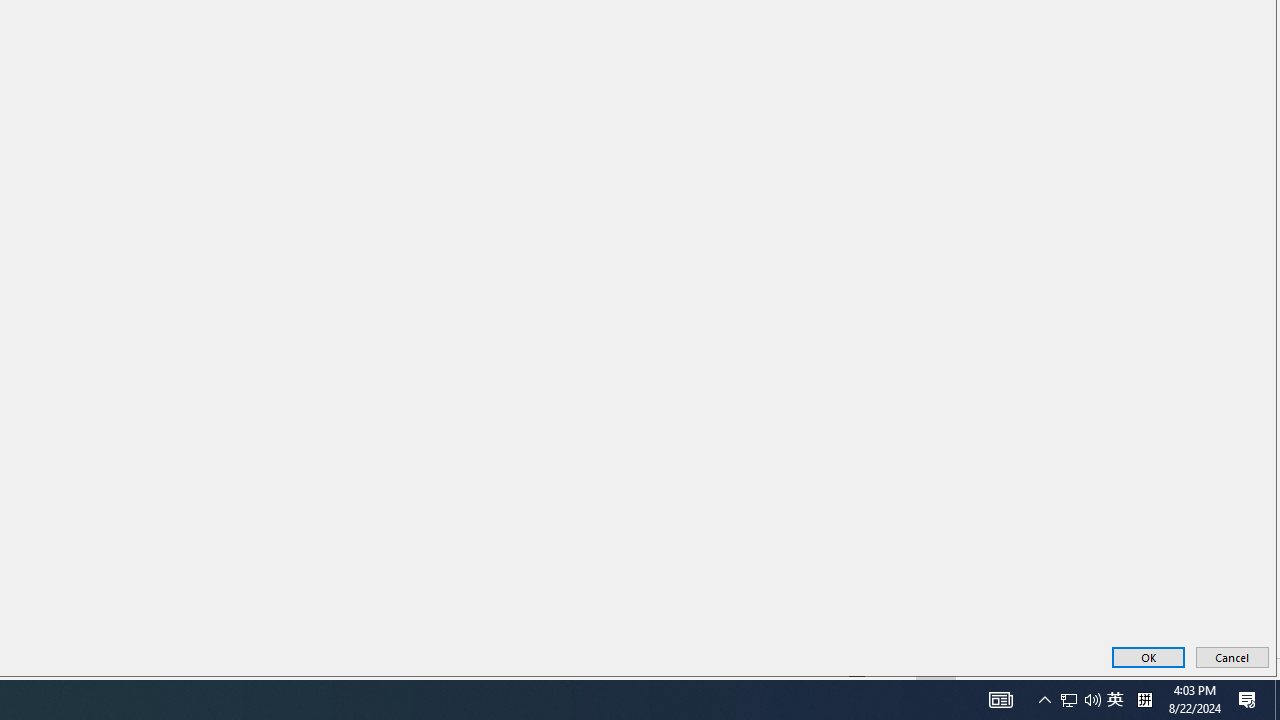 Image resolution: width=1280 pixels, height=720 pixels. What do you see at coordinates (1148, 657) in the screenshot?
I see `'OK'` at bounding box center [1148, 657].